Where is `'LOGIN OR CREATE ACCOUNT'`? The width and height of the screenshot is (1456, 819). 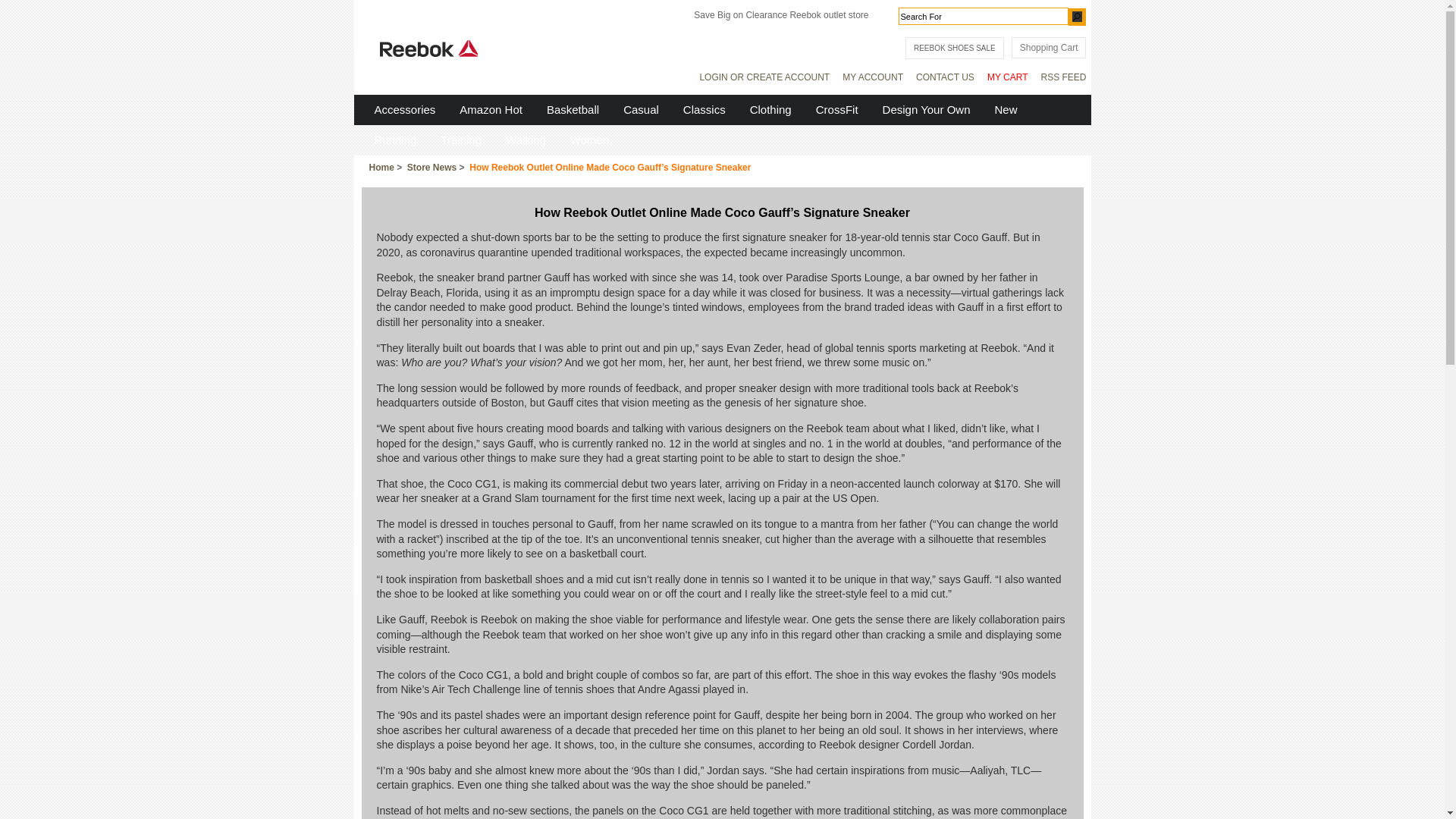 'LOGIN OR CREATE ACCOUNT' is located at coordinates (764, 76).